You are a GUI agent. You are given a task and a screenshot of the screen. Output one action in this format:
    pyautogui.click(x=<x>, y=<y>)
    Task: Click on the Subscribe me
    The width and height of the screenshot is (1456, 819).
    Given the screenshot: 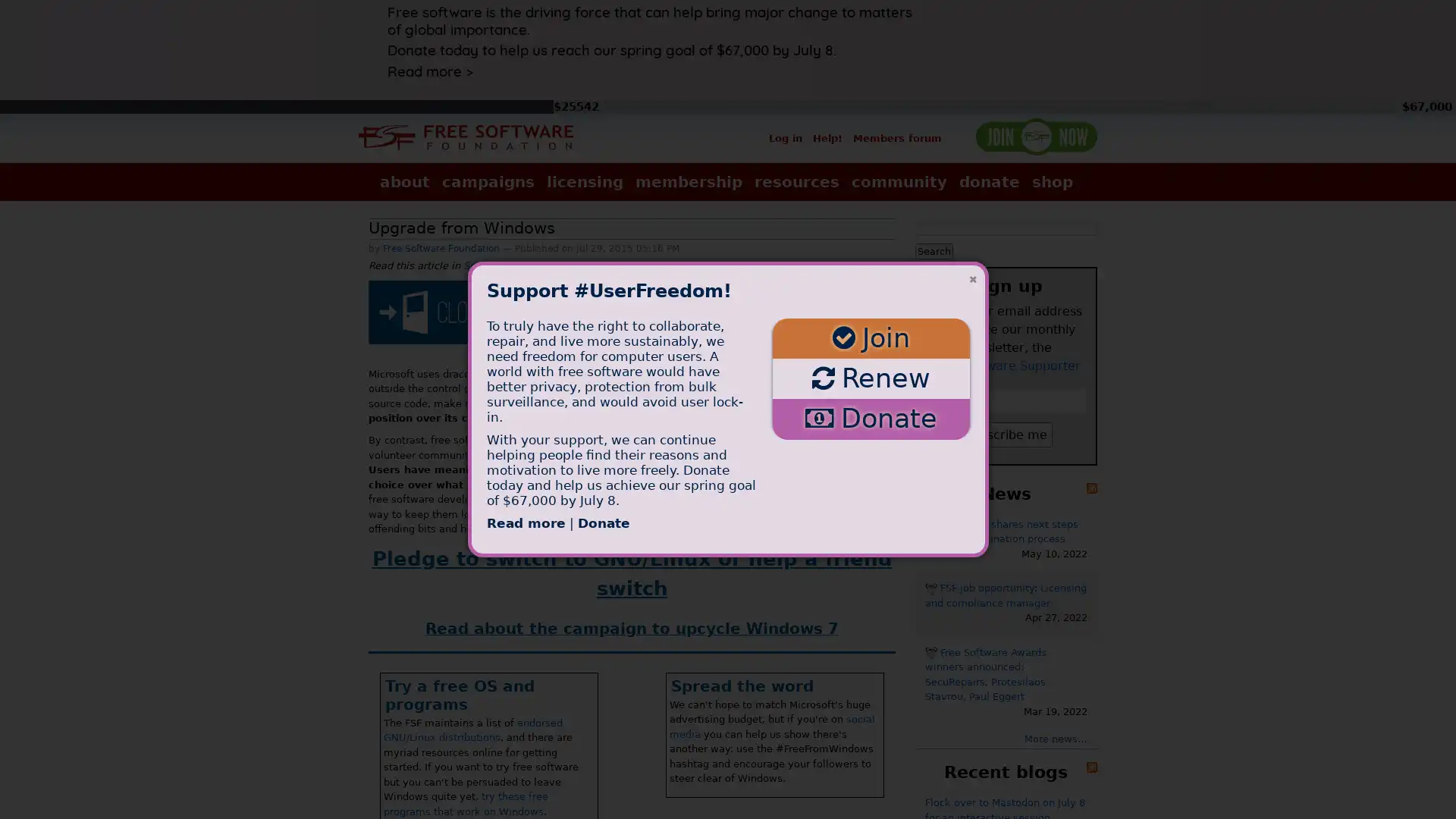 What is the action you would take?
    pyautogui.click(x=1006, y=434)
    